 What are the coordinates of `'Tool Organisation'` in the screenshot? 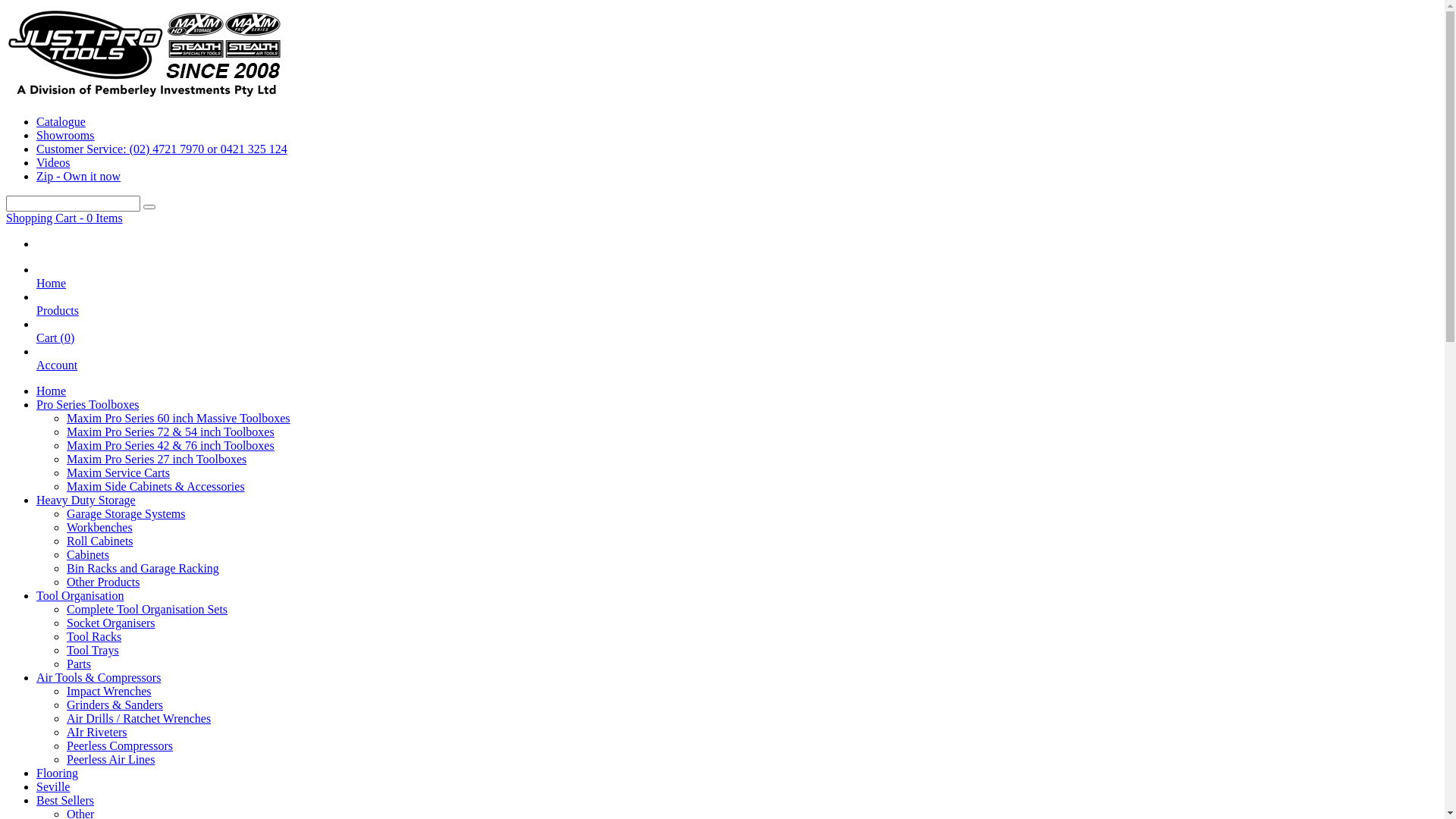 It's located at (79, 595).